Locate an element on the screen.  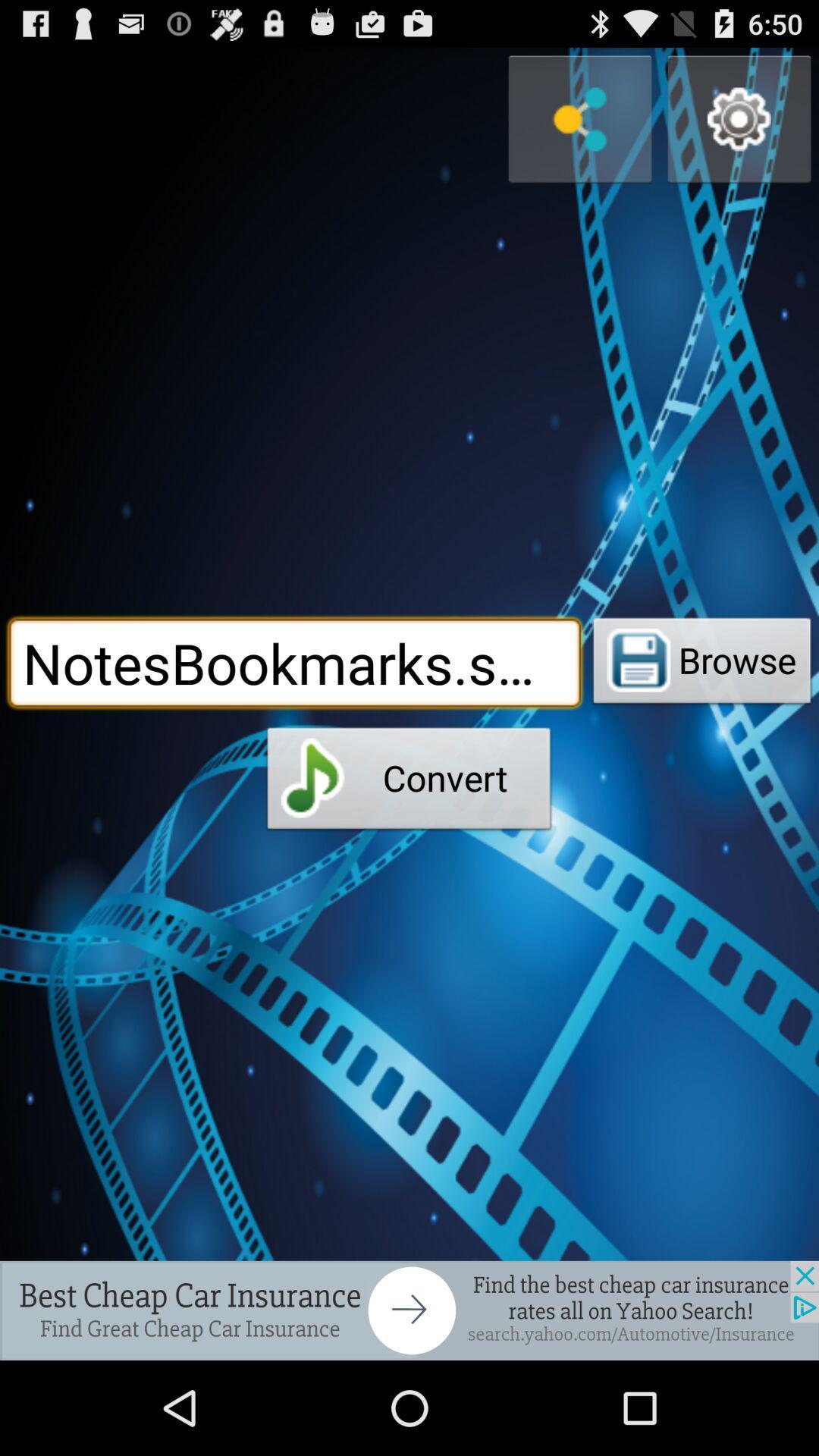
open settings menu is located at coordinates (739, 118).